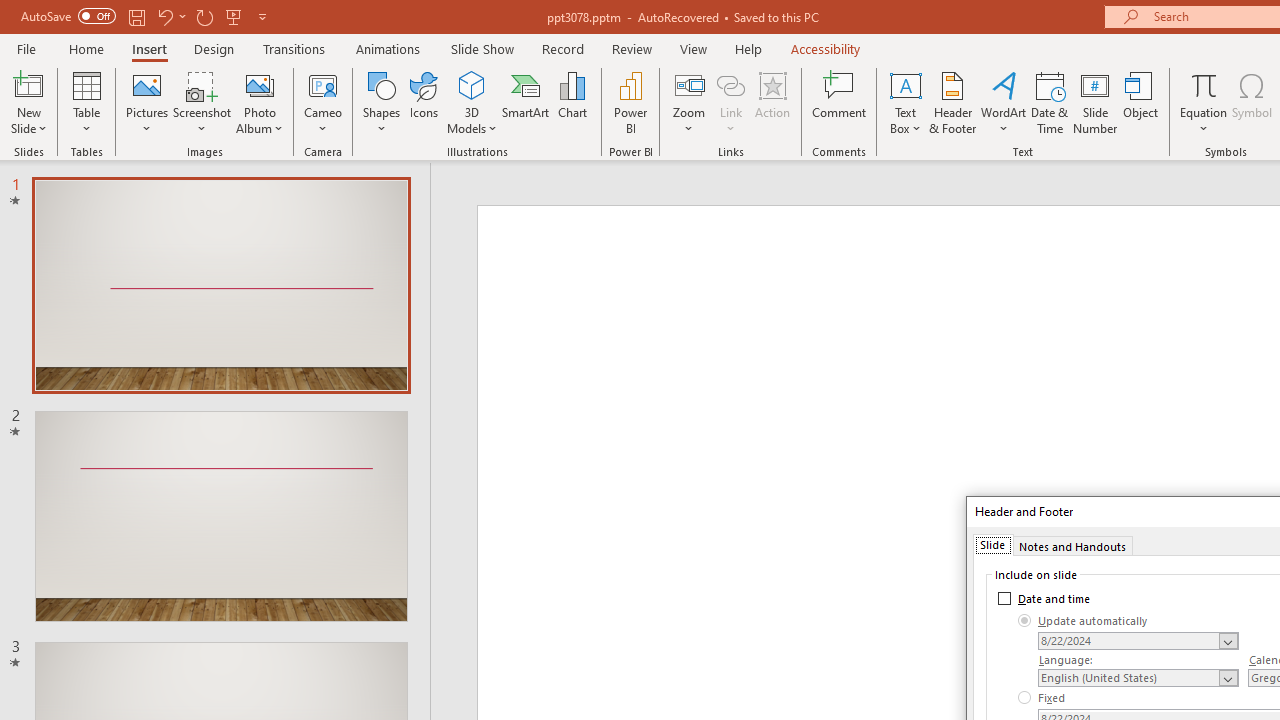  I want to click on 'Object...', so click(1141, 103).